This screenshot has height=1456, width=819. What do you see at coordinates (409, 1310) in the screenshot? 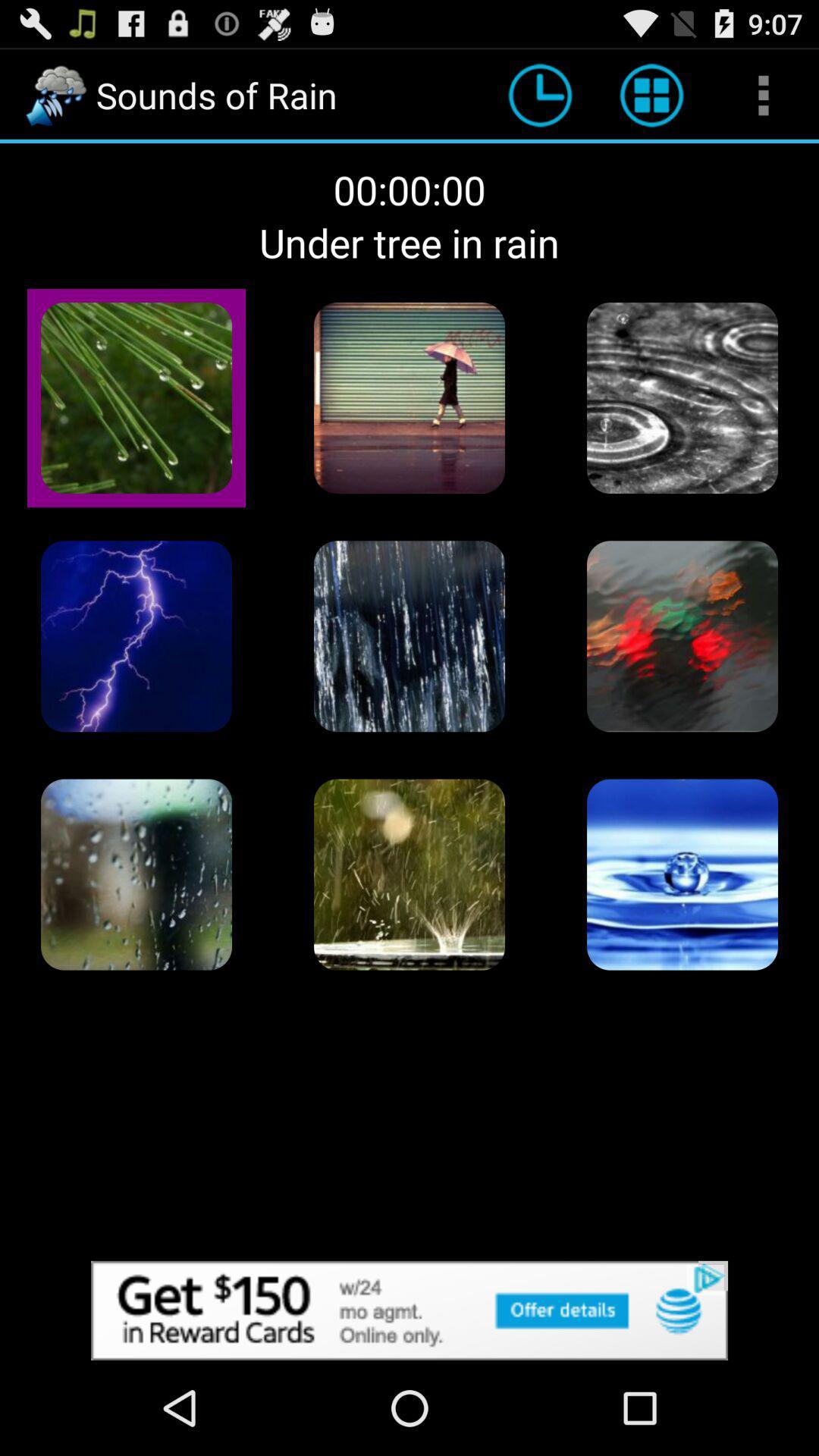
I see `advertisement` at bounding box center [409, 1310].